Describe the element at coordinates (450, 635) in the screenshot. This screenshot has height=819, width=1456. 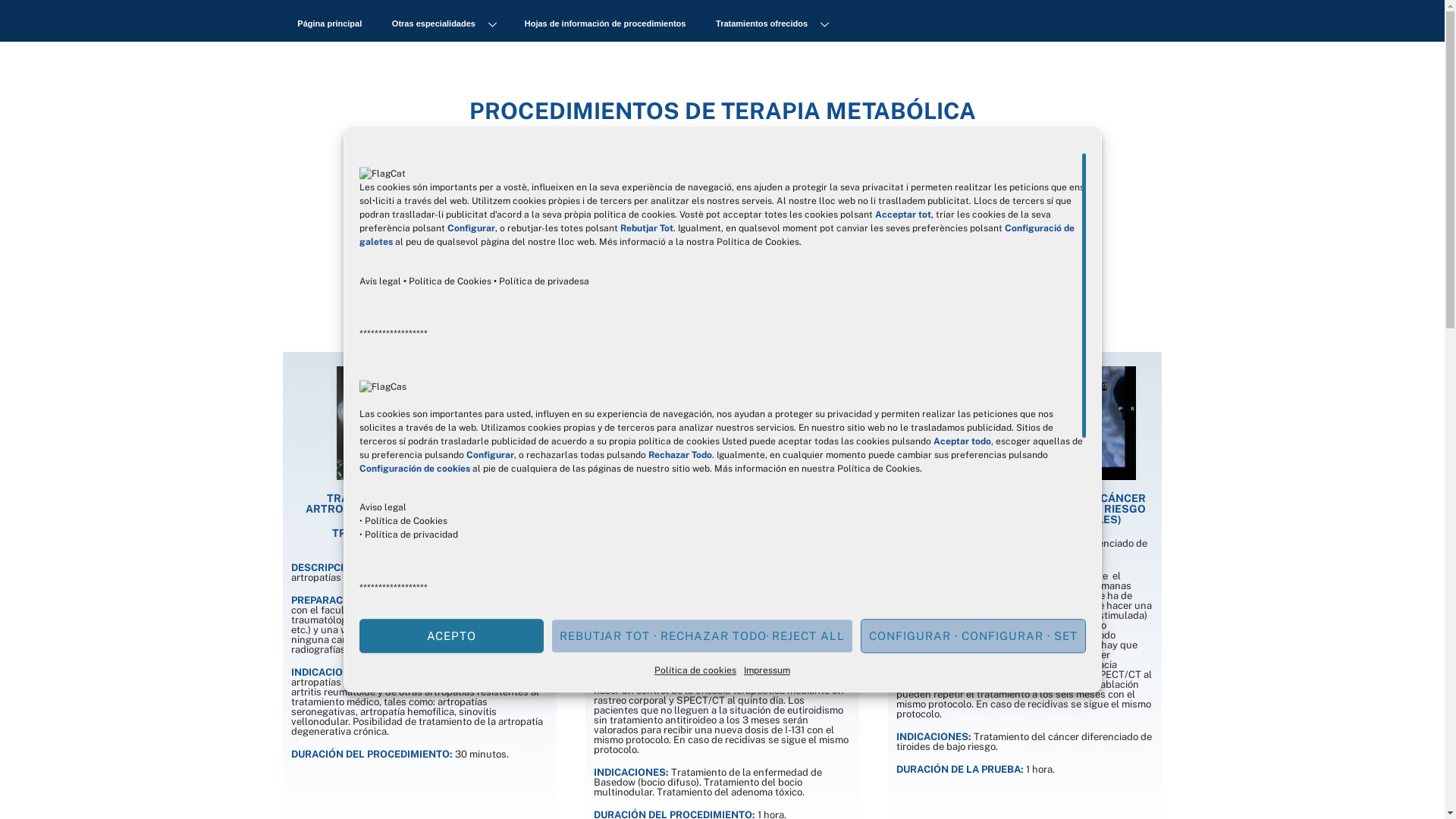
I see `'ACEPTO'` at that location.